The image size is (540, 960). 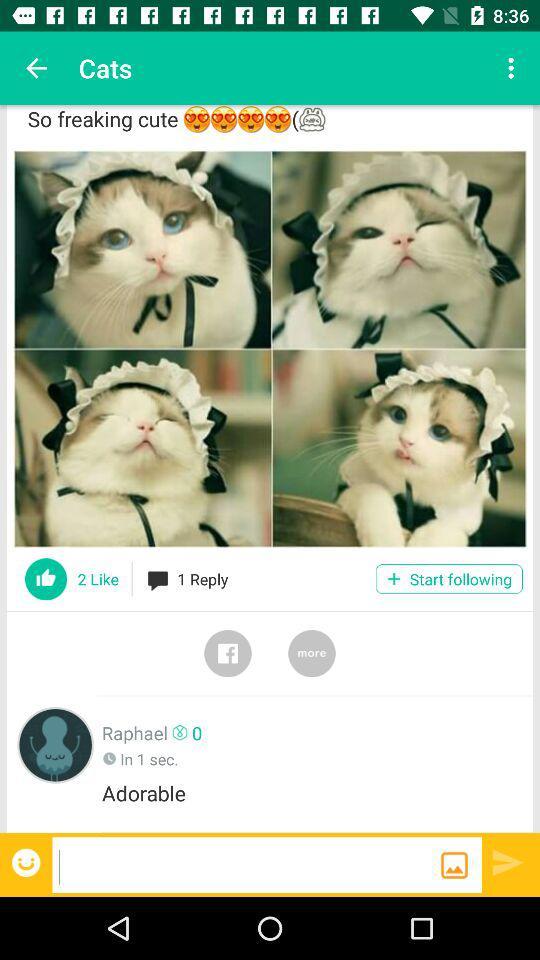 I want to click on person 's profile, so click(x=55, y=744).